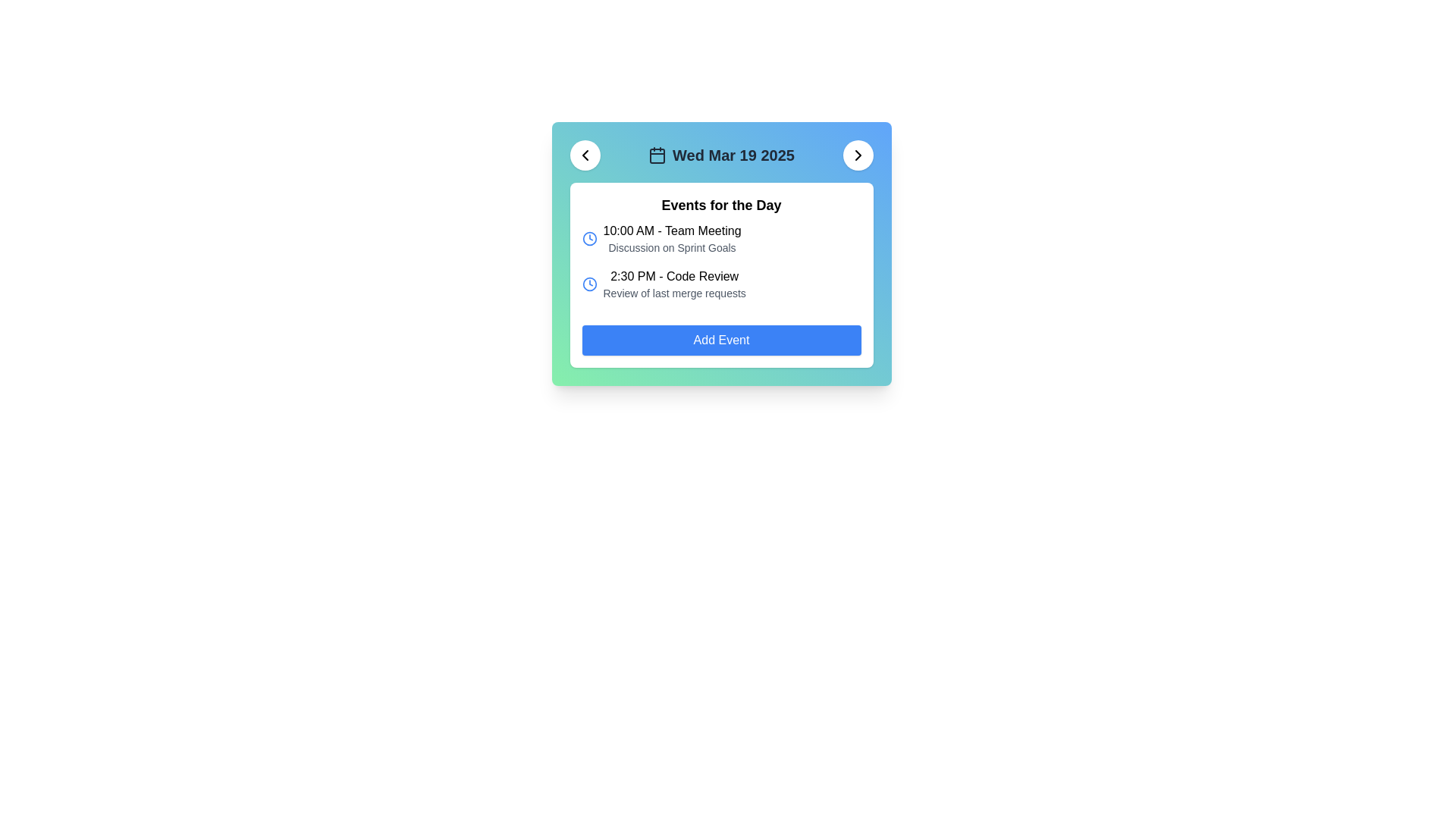  Describe the element at coordinates (720, 339) in the screenshot. I see `the 'Add Event' button, which is a rectangular button with rounded edges, styled with a blue background and white text, located at the bottom of the event schedule card` at that location.